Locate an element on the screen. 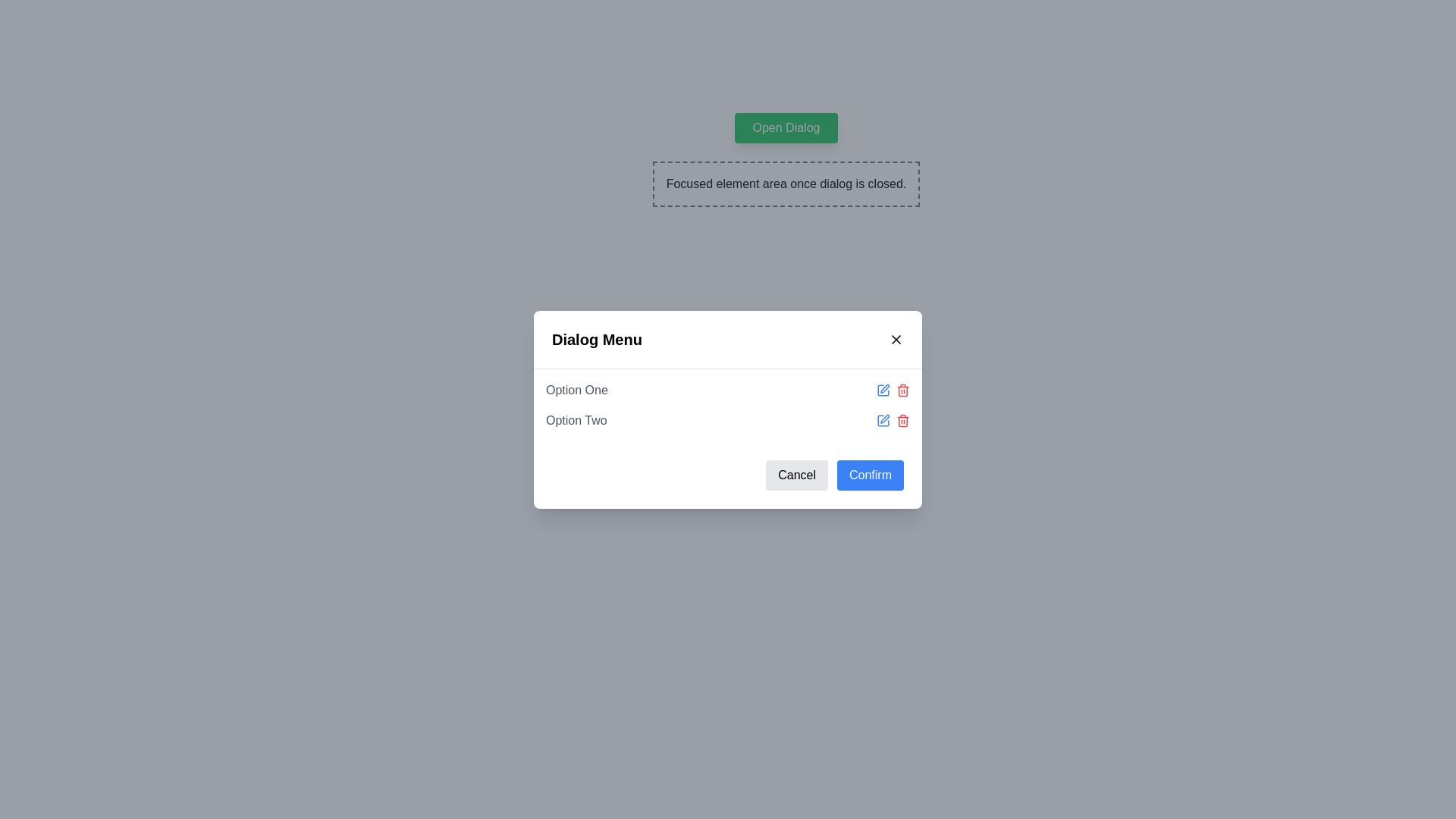  the cancel button located in the bottom-right corner of the dialog box to visualize the hover effect is located at coordinates (796, 474).